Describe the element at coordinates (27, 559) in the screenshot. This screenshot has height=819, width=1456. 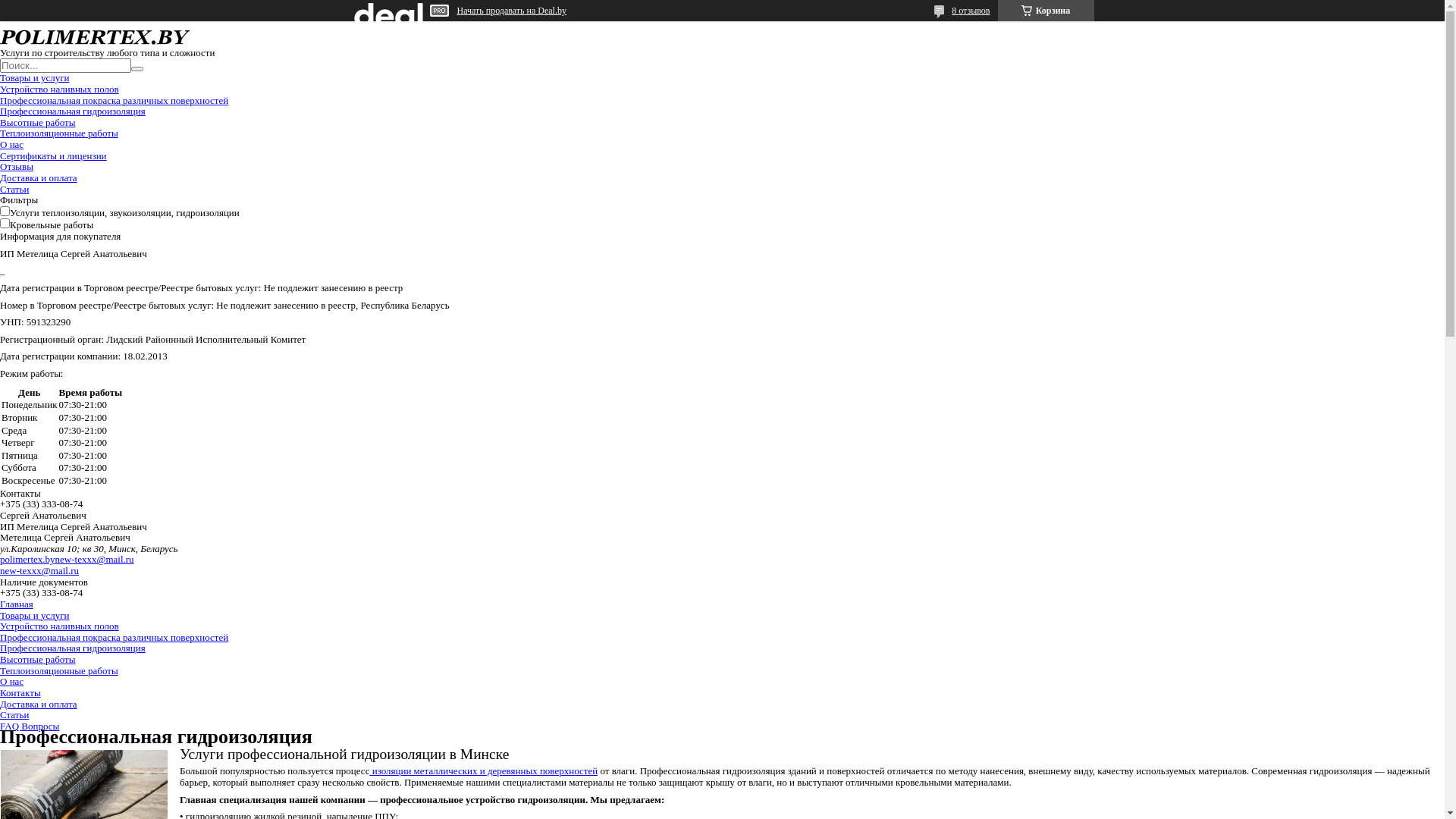
I see `'polimertex.by'` at that location.